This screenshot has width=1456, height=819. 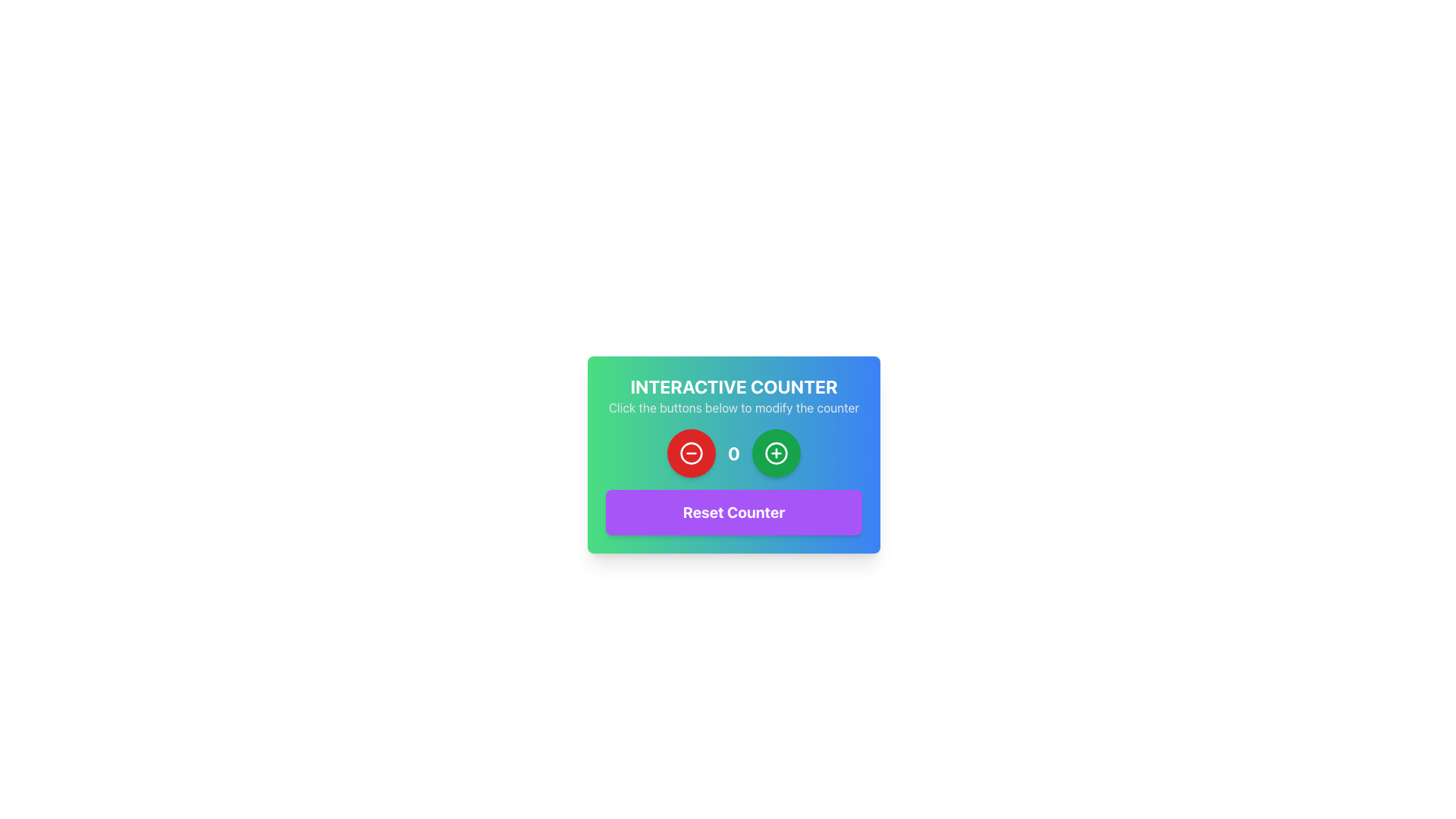 I want to click on displayed text from the 'Interactive Counter' text block, which includes the title and instructions centered above the interactive counter display and buttons, so click(x=734, y=394).